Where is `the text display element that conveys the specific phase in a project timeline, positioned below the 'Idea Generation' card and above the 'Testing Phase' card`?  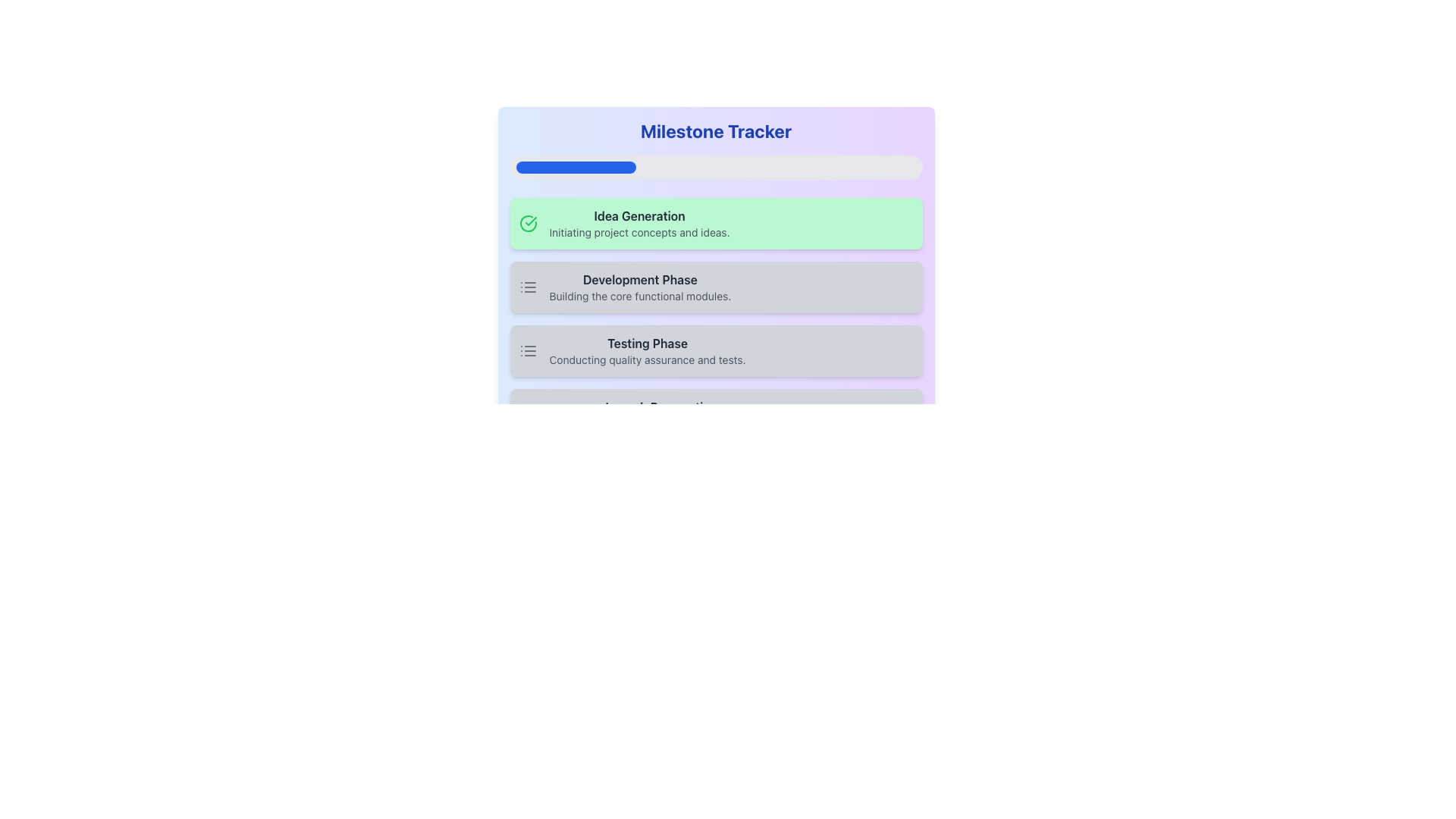
the text display element that conveys the specific phase in a project timeline, positioned below the 'Idea Generation' card and above the 'Testing Phase' card is located at coordinates (640, 287).